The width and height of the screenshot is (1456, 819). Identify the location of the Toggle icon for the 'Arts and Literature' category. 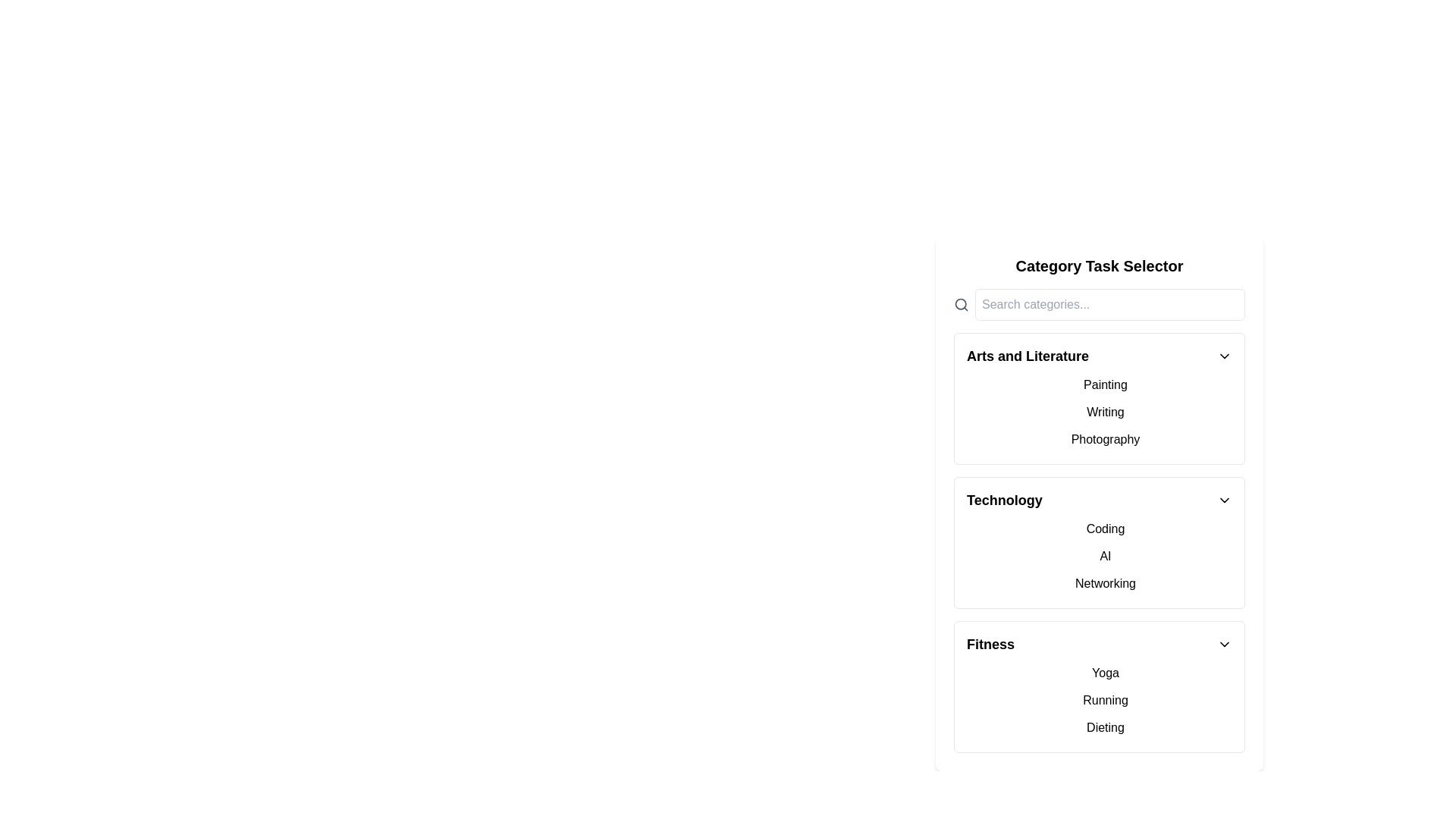
(1224, 356).